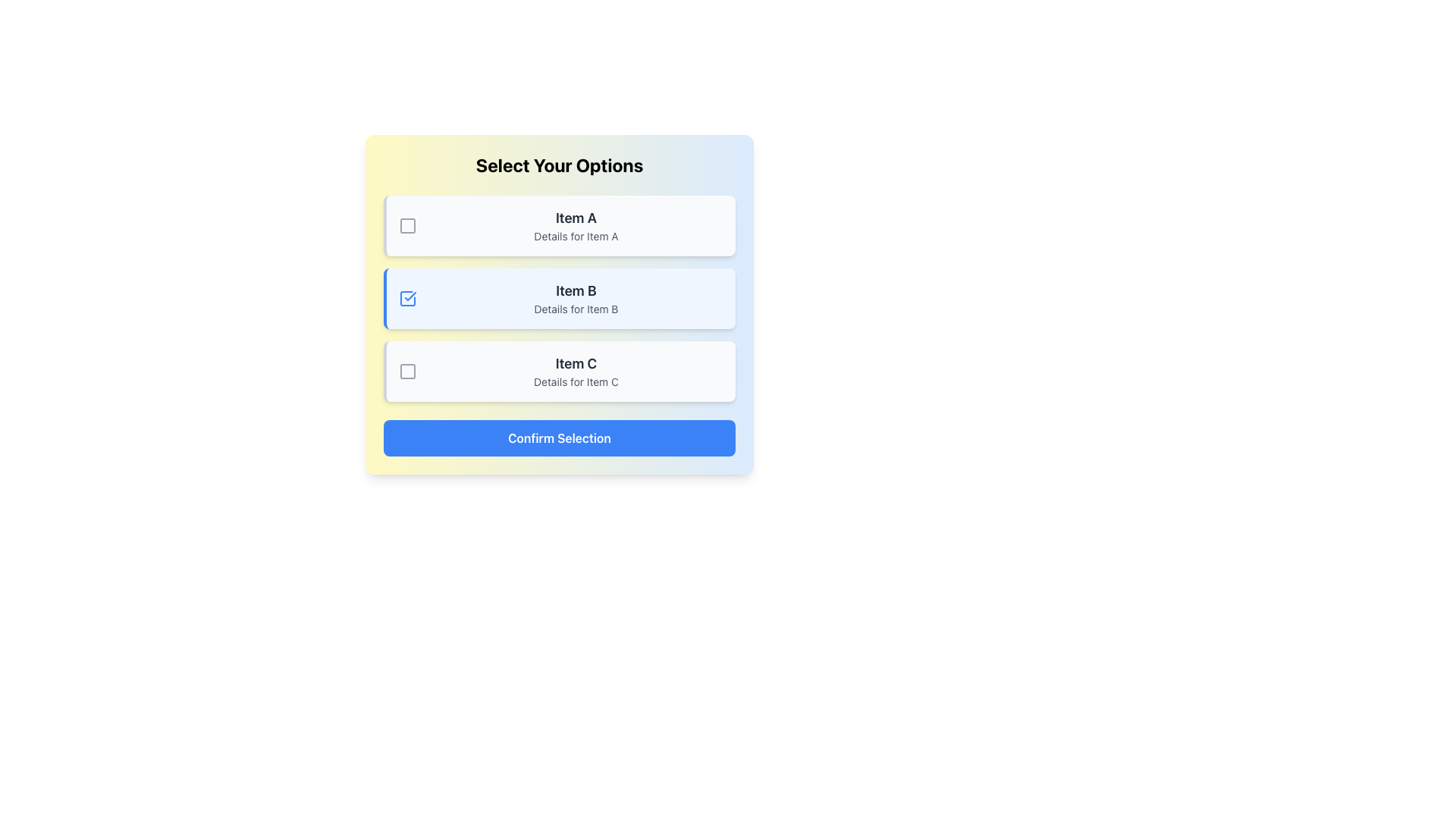 This screenshot has height=819, width=1456. What do you see at coordinates (575, 371) in the screenshot?
I see `the 'Item C' card` at bounding box center [575, 371].